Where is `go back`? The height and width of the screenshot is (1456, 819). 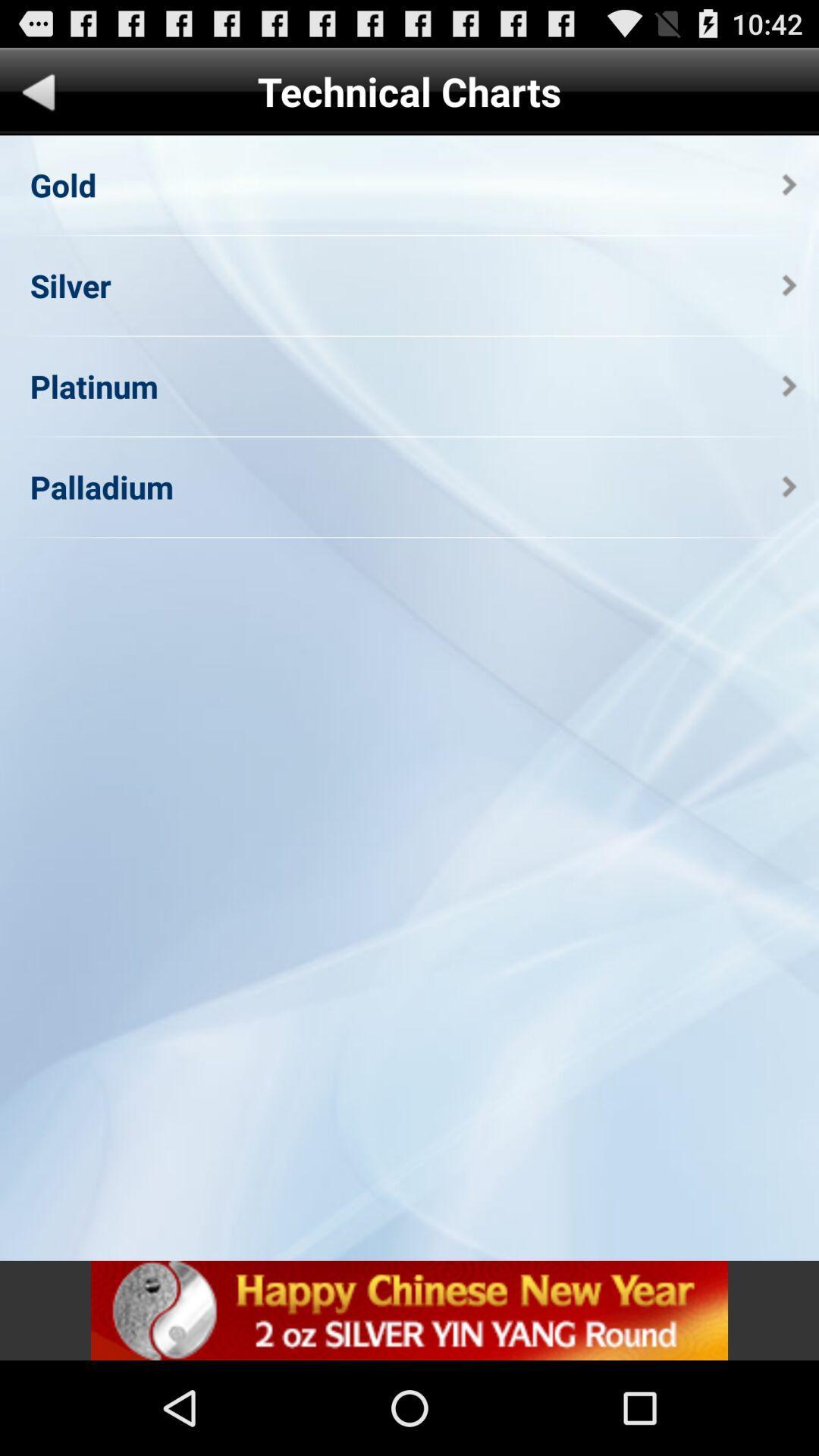 go back is located at coordinates (38, 94).